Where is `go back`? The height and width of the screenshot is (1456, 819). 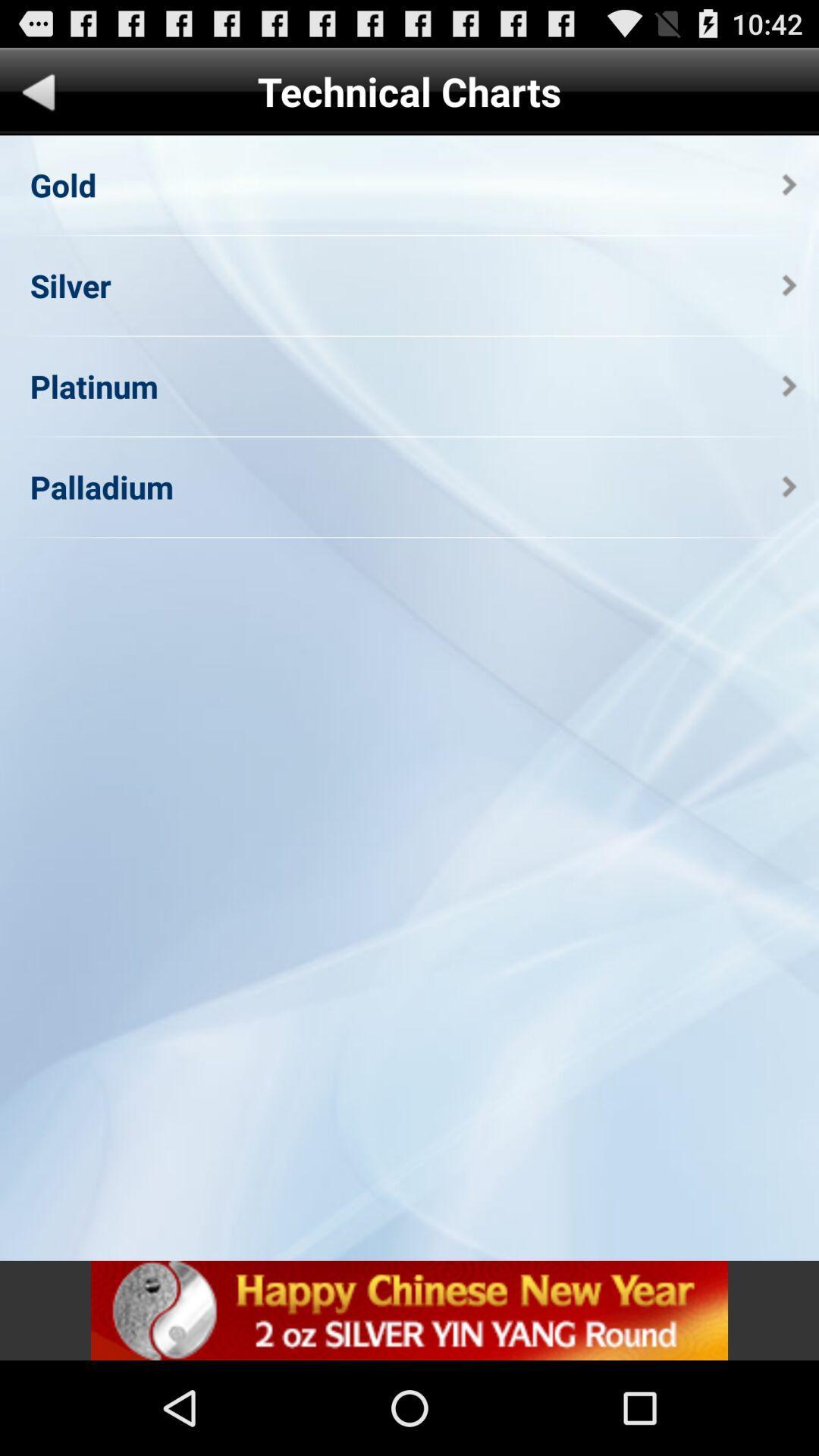 go back is located at coordinates (38, 94).